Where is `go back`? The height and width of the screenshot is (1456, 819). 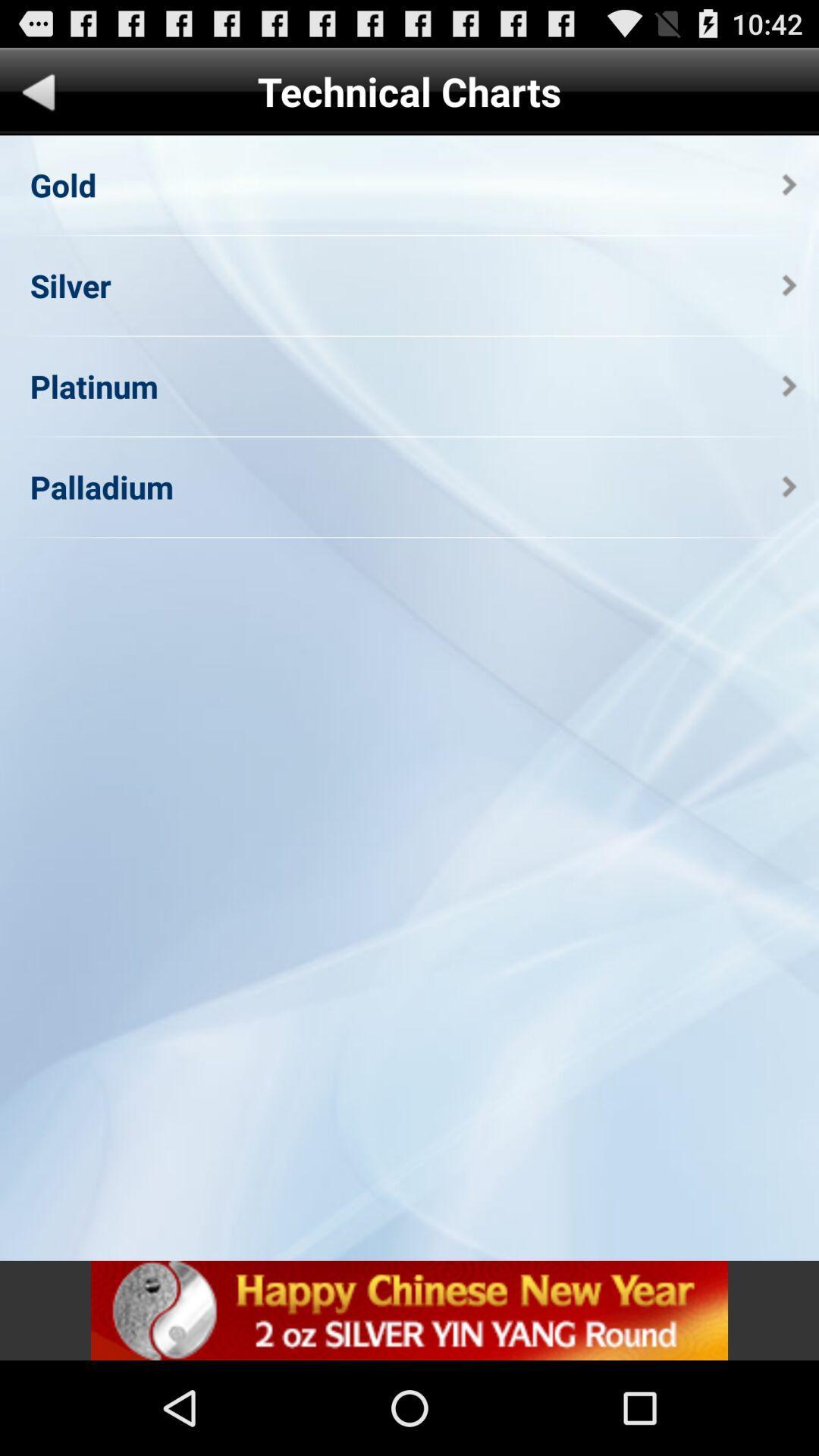 go back is located at coordinates (38, 94).